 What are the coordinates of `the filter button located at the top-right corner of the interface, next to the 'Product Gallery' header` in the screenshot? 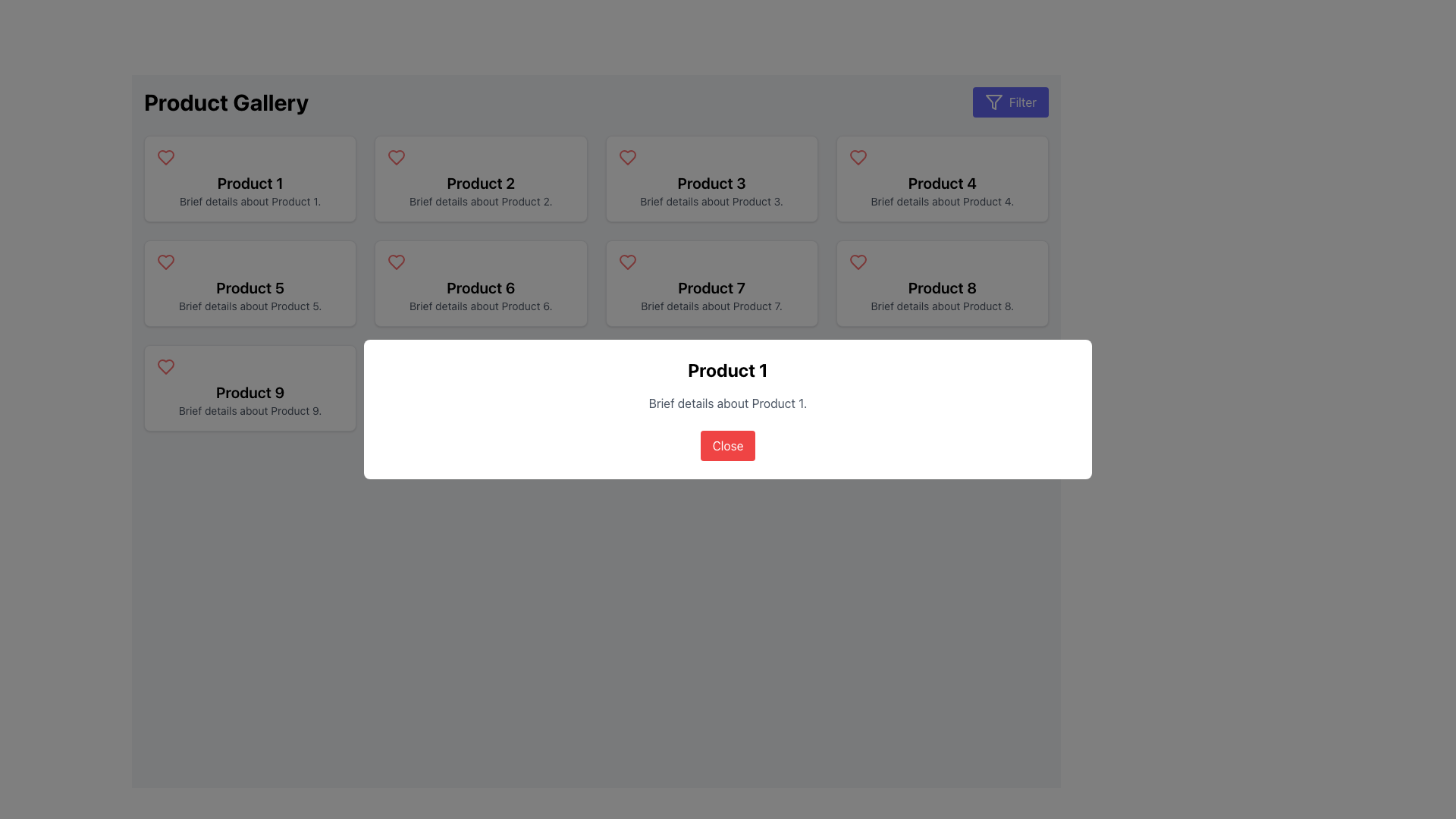 It's located at (1010, 102).